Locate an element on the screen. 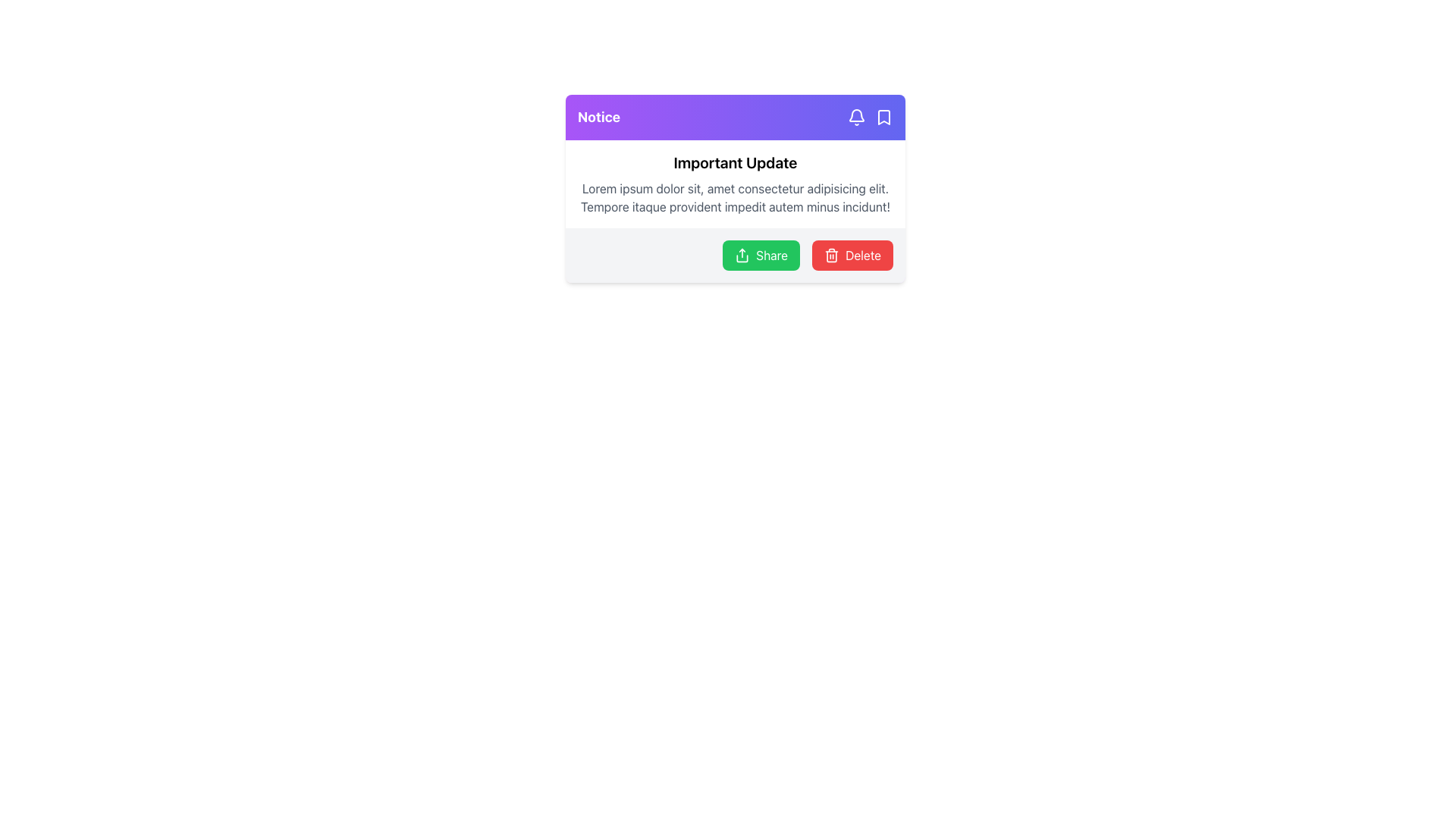  the green 'Share' button with a white sharing icon is located at coordinates (761, 254).